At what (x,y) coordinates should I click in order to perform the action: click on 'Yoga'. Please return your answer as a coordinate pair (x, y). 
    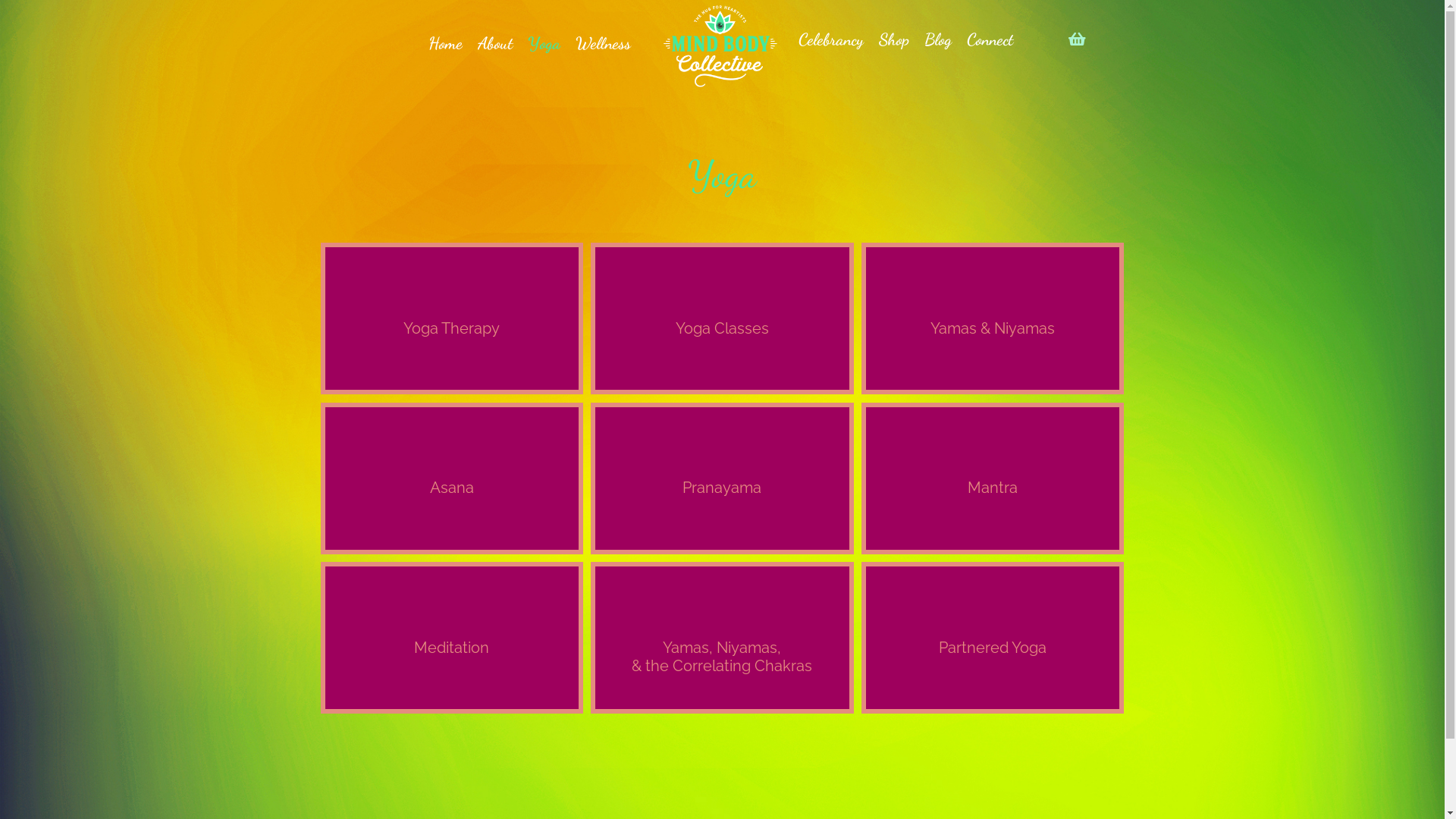
    Looking at the image, I should click on (544, 42).